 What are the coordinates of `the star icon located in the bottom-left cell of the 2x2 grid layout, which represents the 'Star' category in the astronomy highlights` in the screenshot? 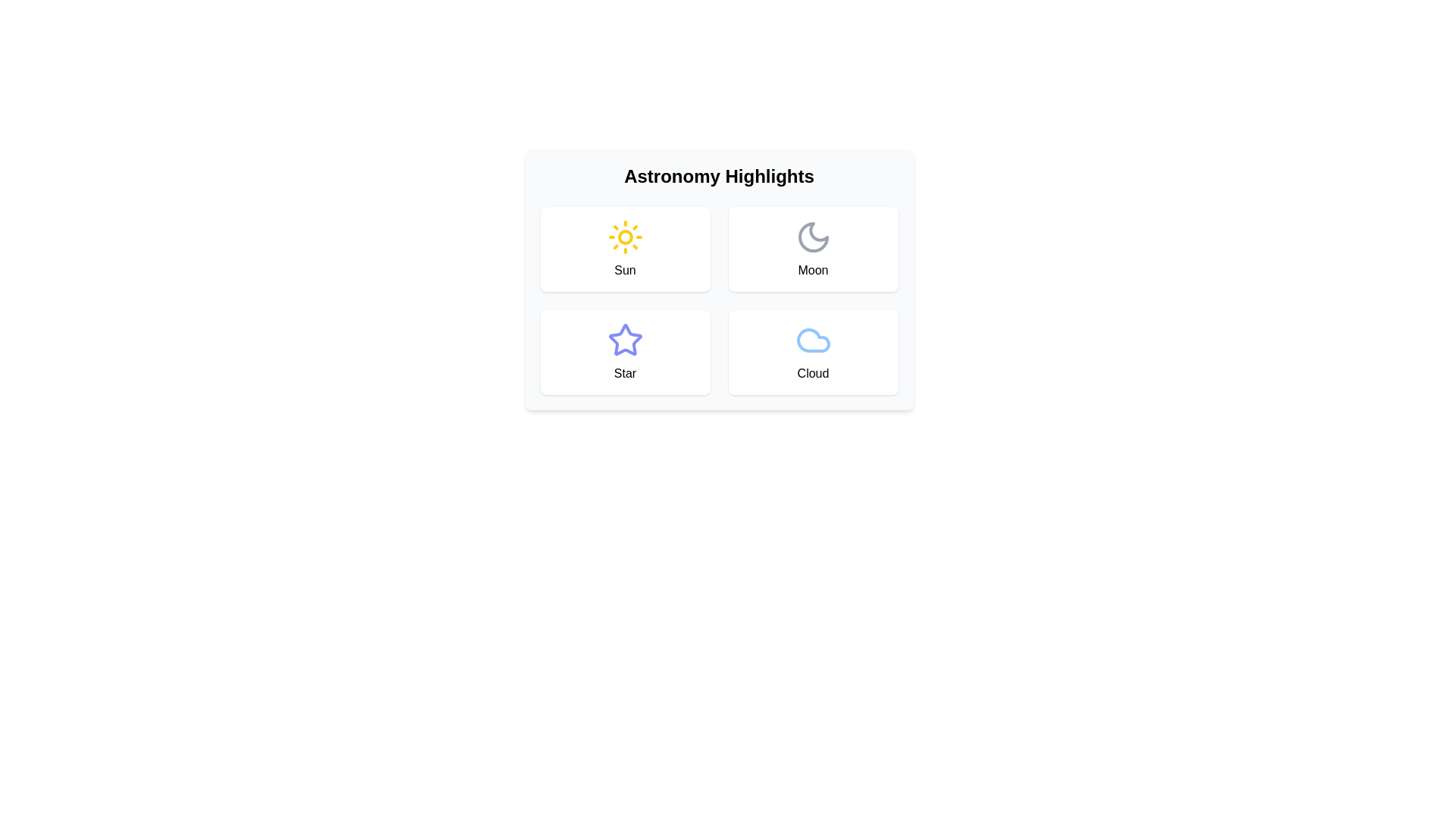 It's located at (625, 339).